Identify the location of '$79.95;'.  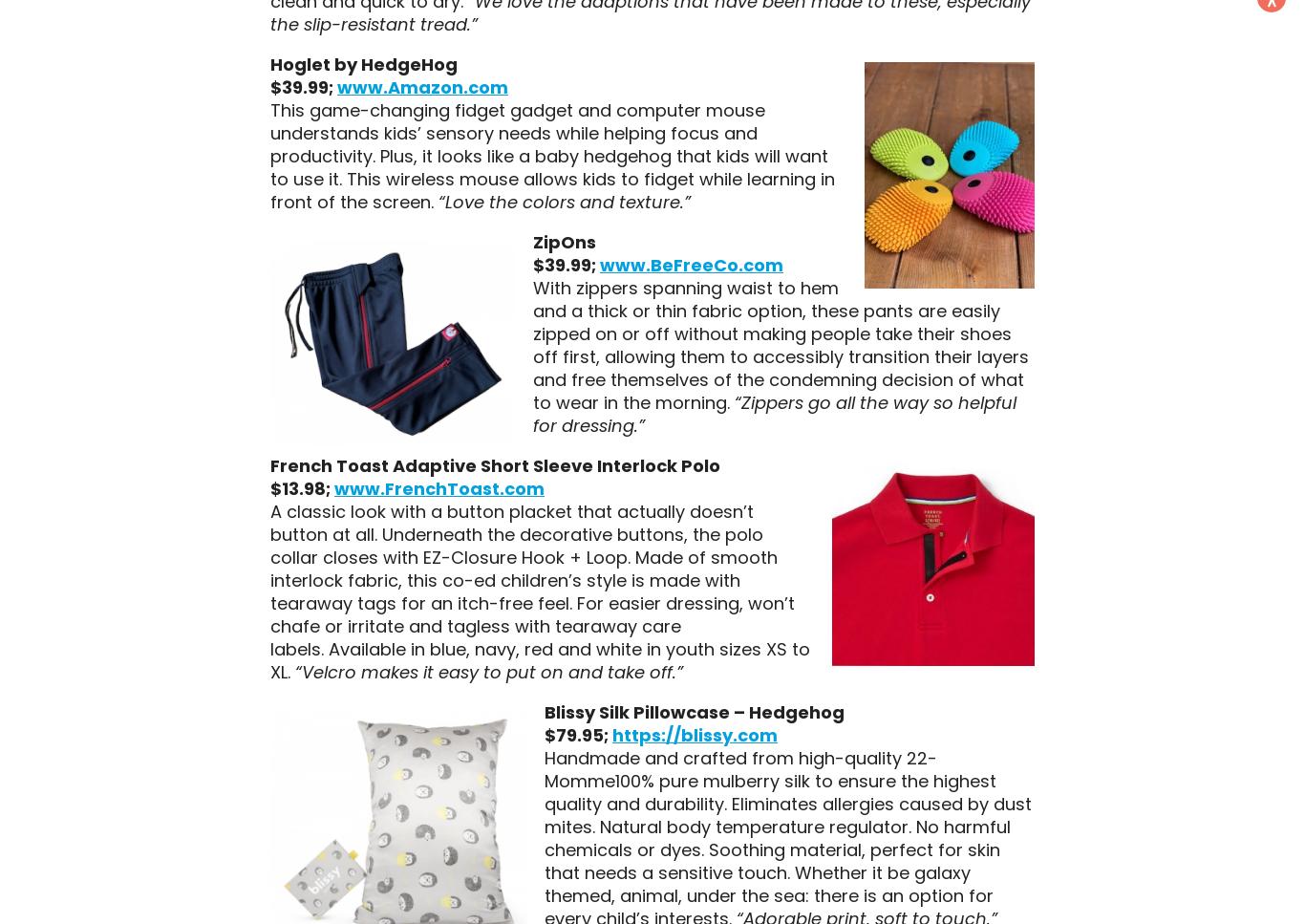
(576, 734).